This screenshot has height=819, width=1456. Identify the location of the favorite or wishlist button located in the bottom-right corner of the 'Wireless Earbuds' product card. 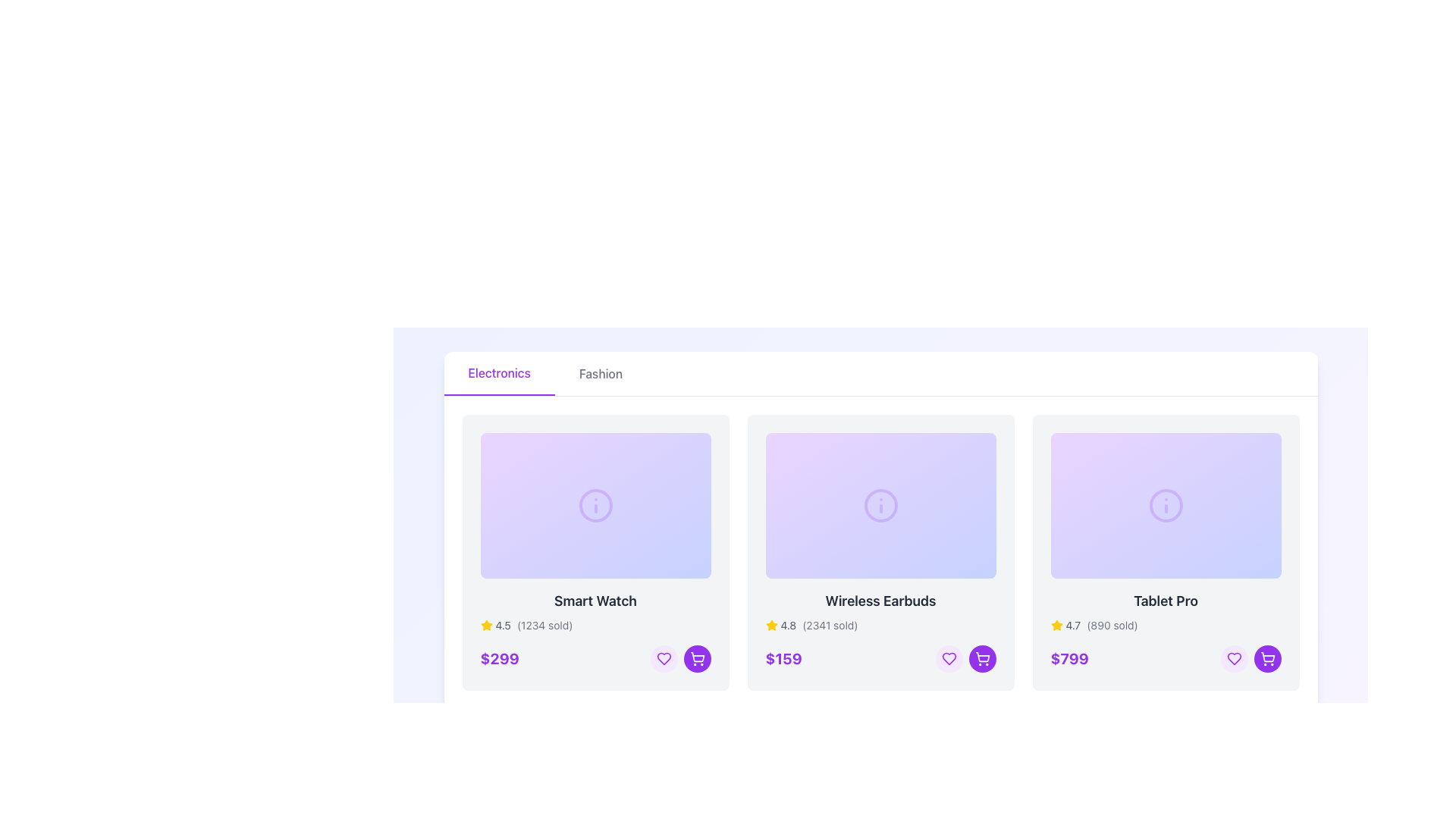
(948, 657).